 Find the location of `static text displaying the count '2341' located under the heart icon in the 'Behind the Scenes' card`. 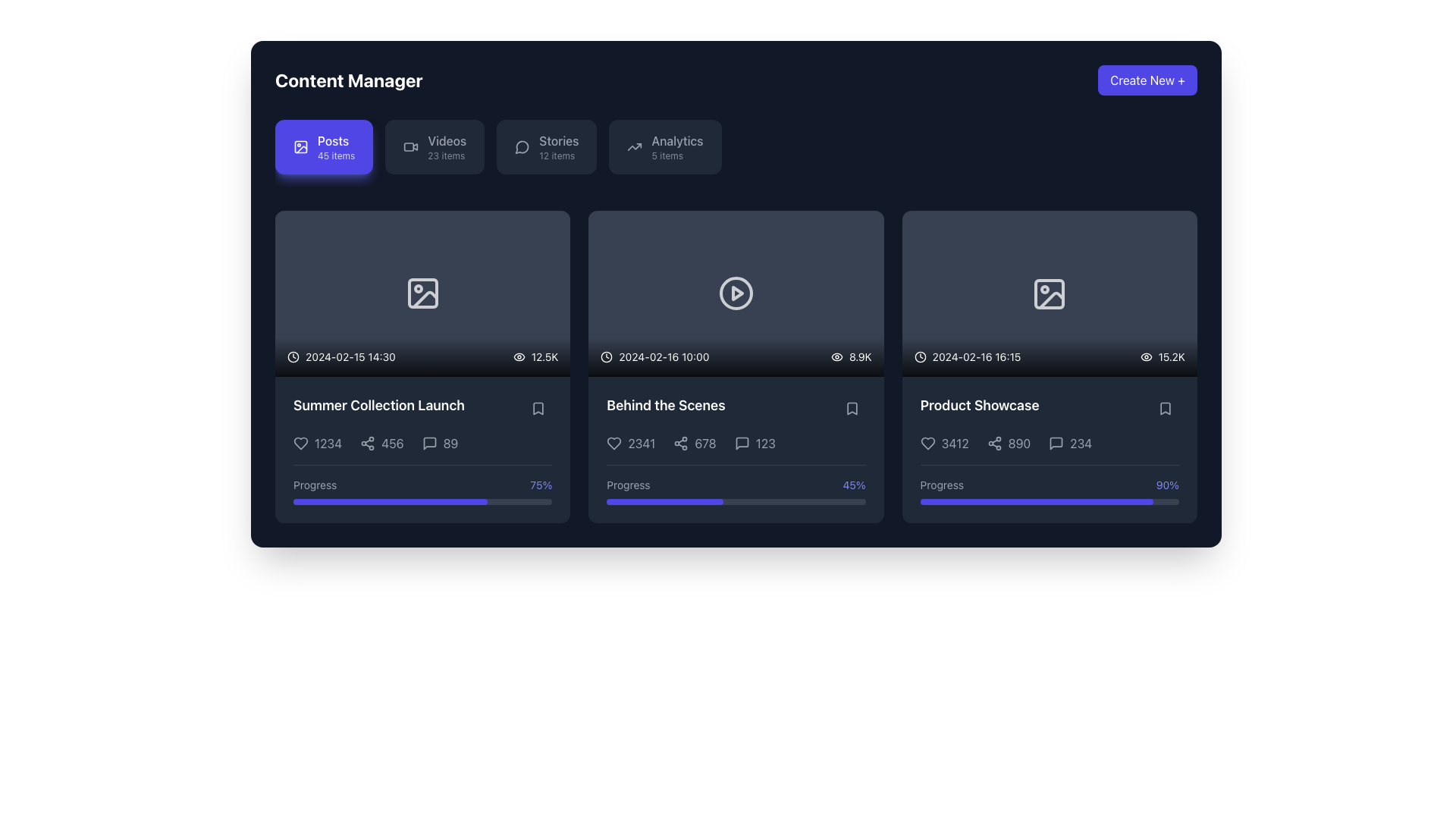

static text displaying the count '2341' located under the heart icon in the 'Behind the Scenes' card is located at coordinates (642, 443).